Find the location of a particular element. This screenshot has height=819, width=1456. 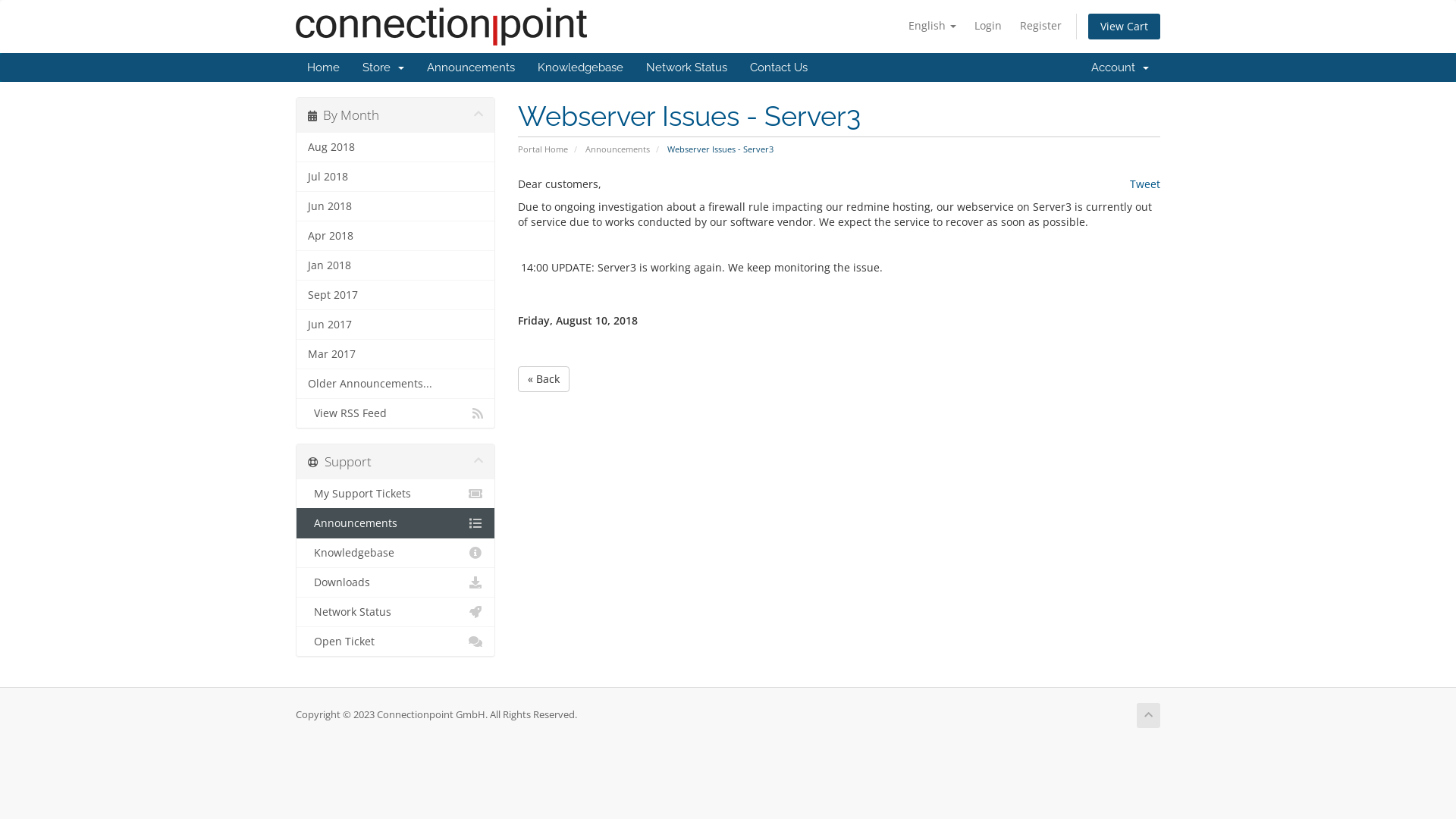

'Tweet' is located at coordinates (1145, 183).